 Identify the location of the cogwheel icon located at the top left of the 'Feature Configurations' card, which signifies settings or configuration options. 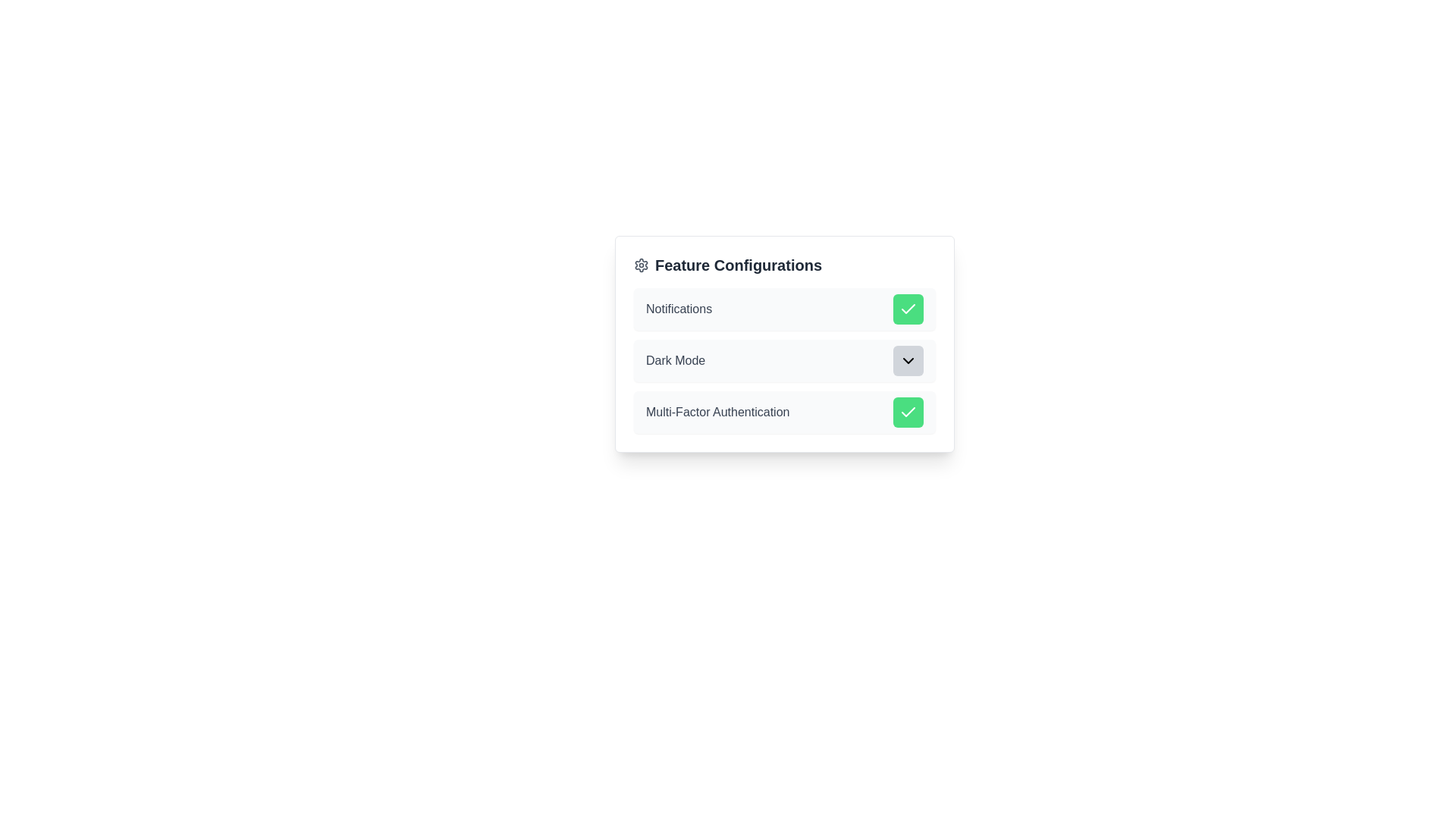
(641, 265).